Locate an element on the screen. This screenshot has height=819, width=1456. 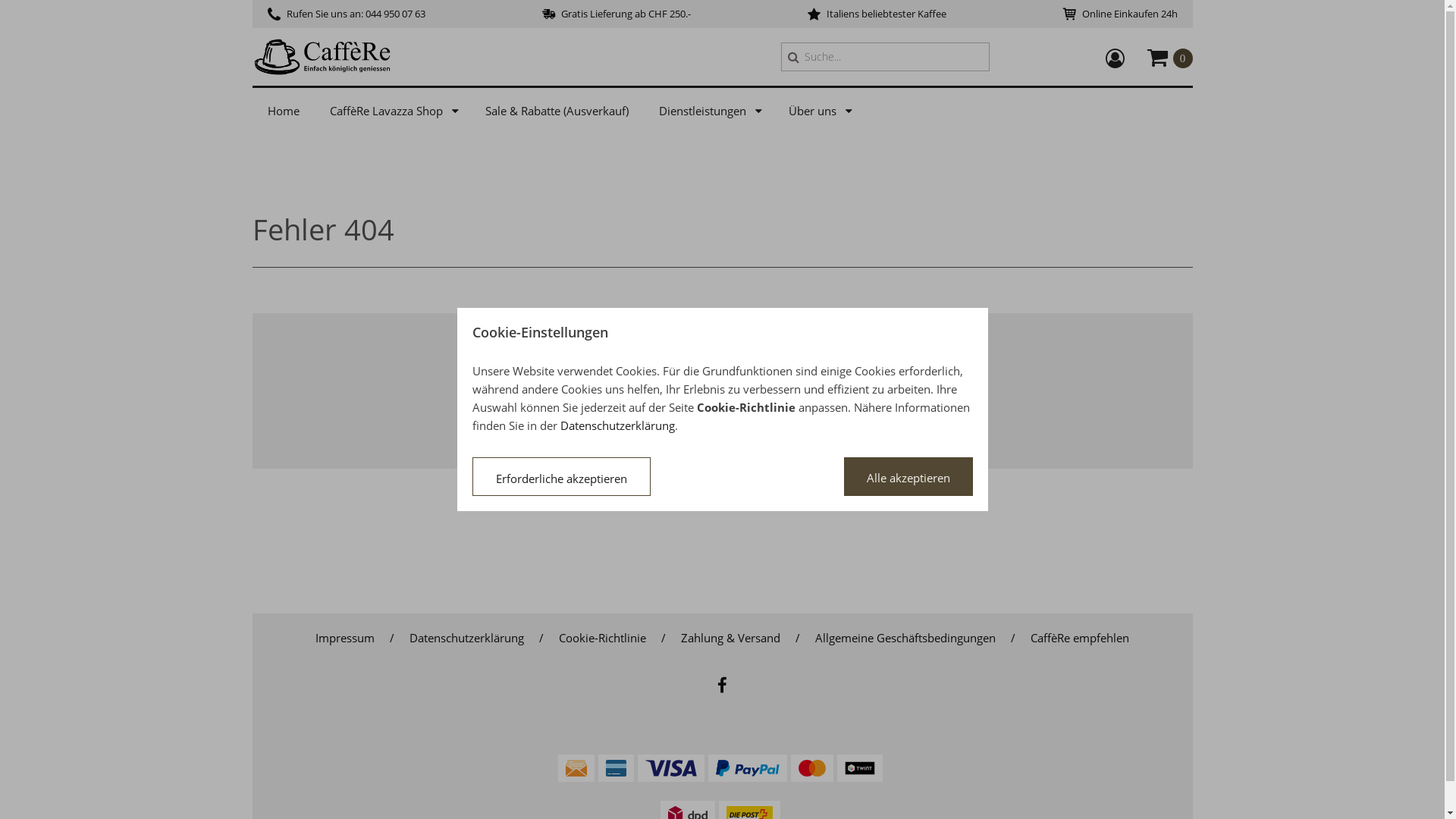
'Zahlung & Versand' is located at coordinates (730, 637).